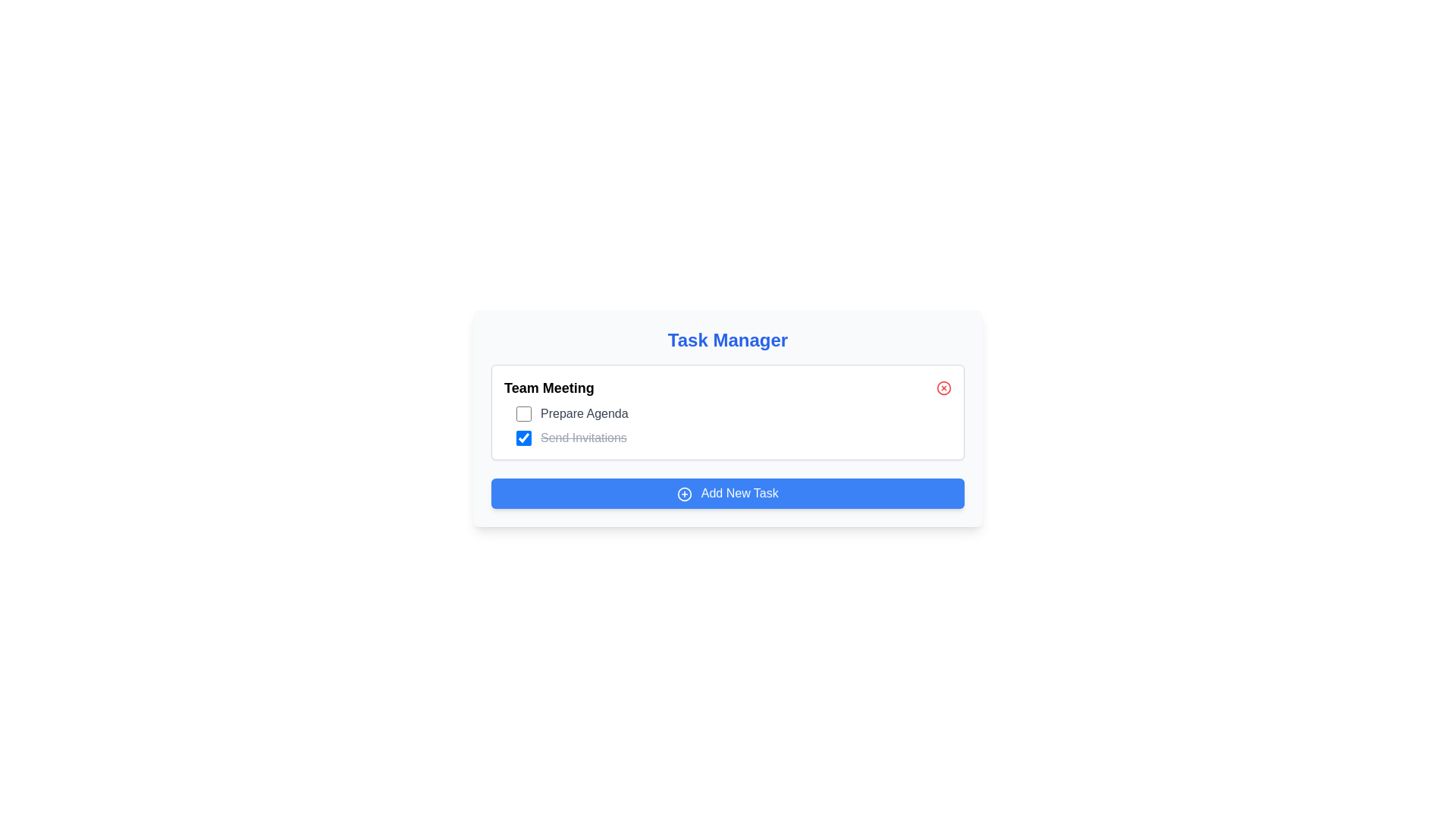  I want to click on the blue circular outline of the 'plus' icon that is centered within the 'Add New Task' button at the bottom of the interface, so click(684, 494).